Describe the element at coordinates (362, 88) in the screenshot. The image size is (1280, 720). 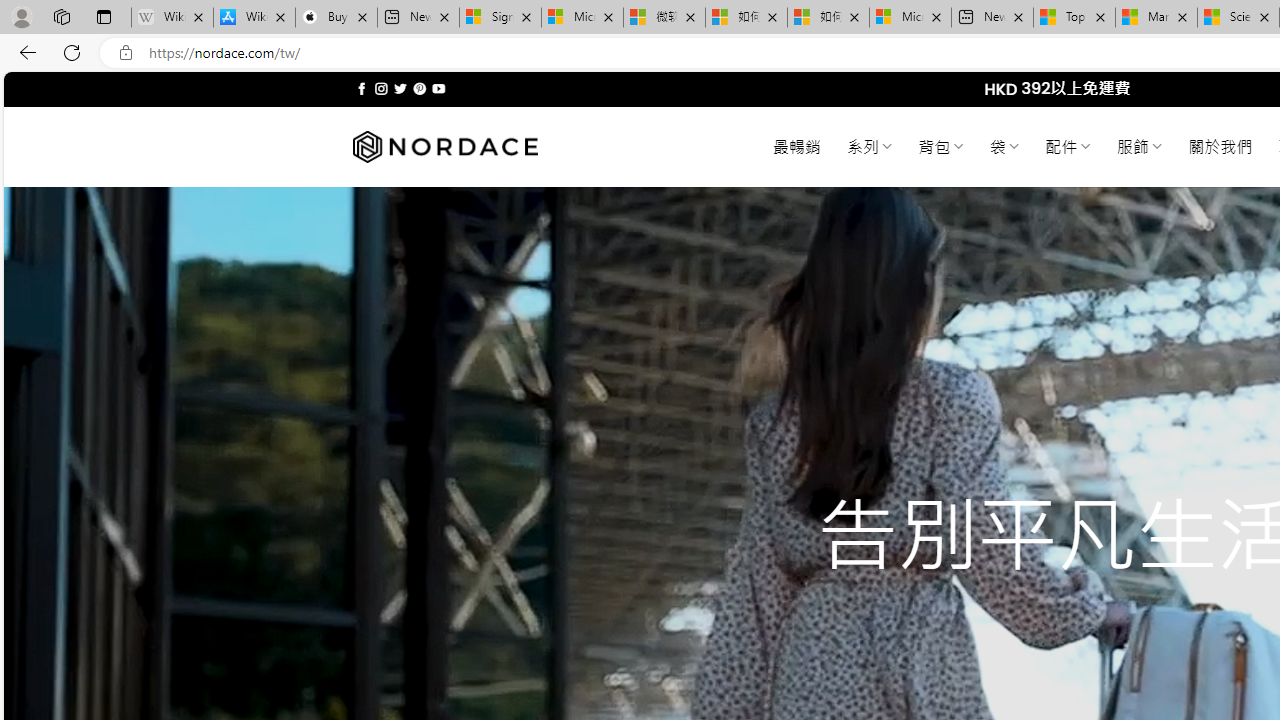
I see `'Follow on Facebook'` at that location.